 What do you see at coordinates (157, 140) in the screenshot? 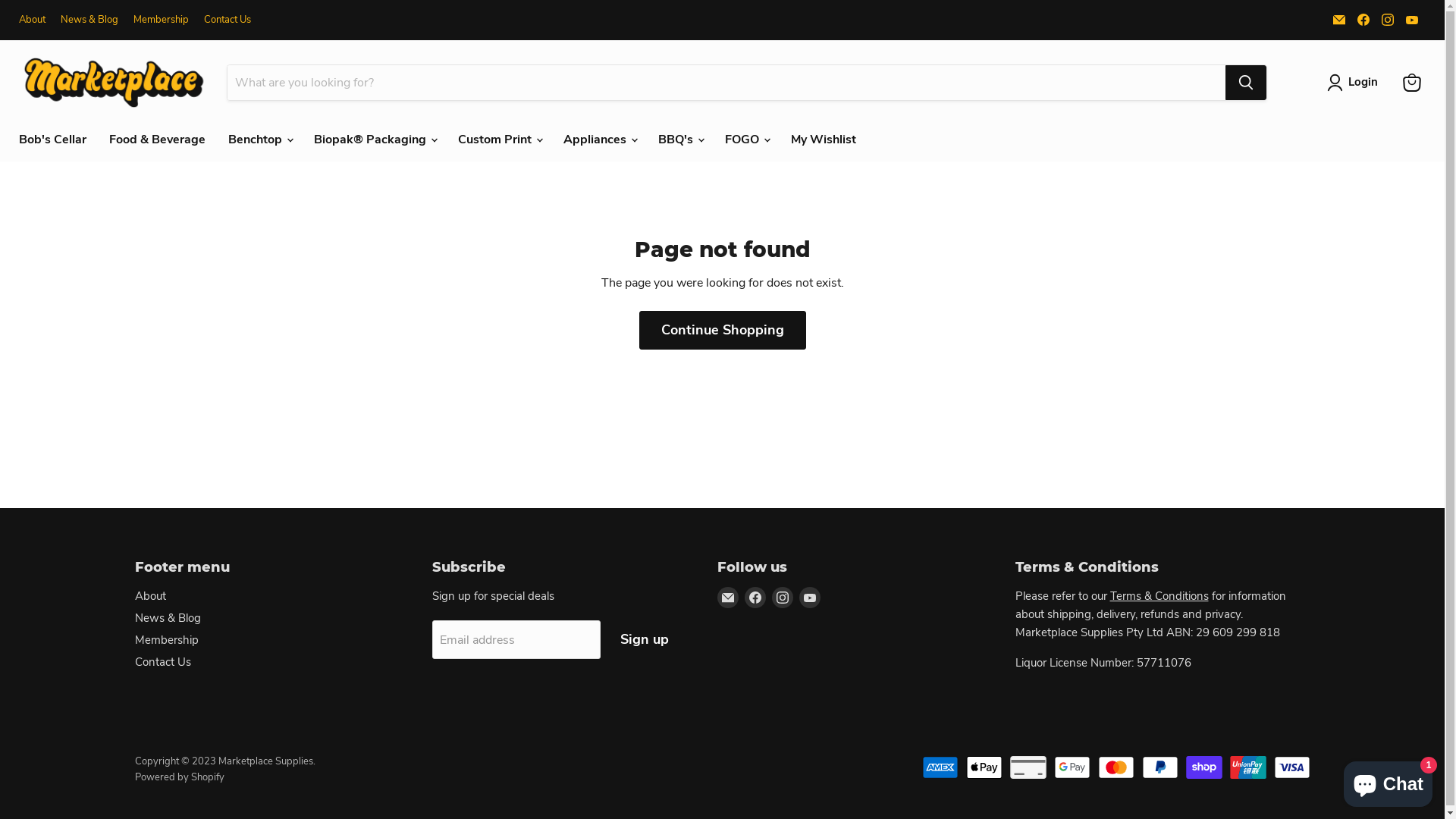
I see `'Food & Beverage'` at bounding box center [157, 140].